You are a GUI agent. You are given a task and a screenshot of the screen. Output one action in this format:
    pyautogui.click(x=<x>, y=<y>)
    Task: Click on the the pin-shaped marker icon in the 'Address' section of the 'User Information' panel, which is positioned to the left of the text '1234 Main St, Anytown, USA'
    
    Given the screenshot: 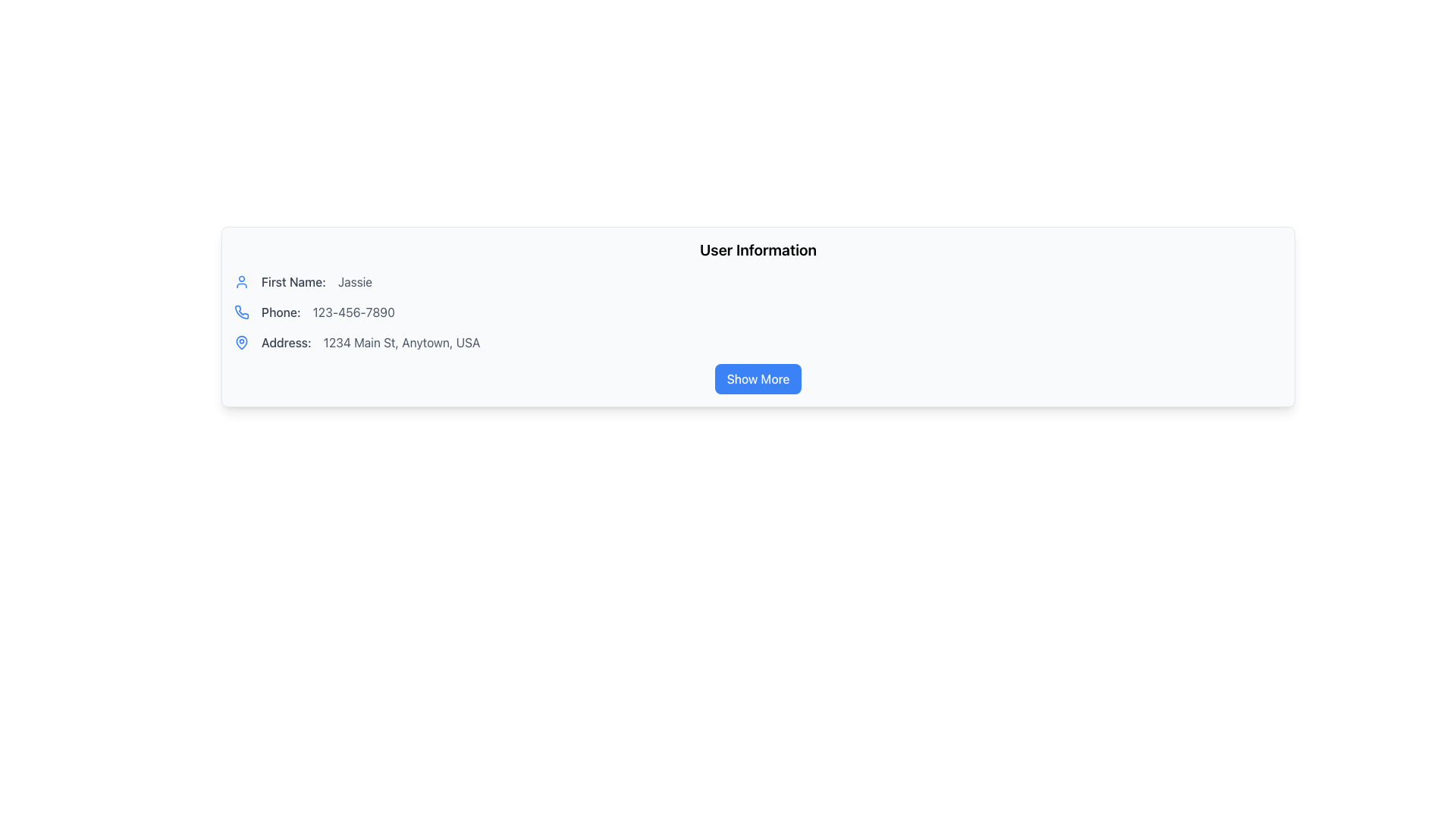 What is the action you would take?
    pyautogui.click(x=240, y=342)
    